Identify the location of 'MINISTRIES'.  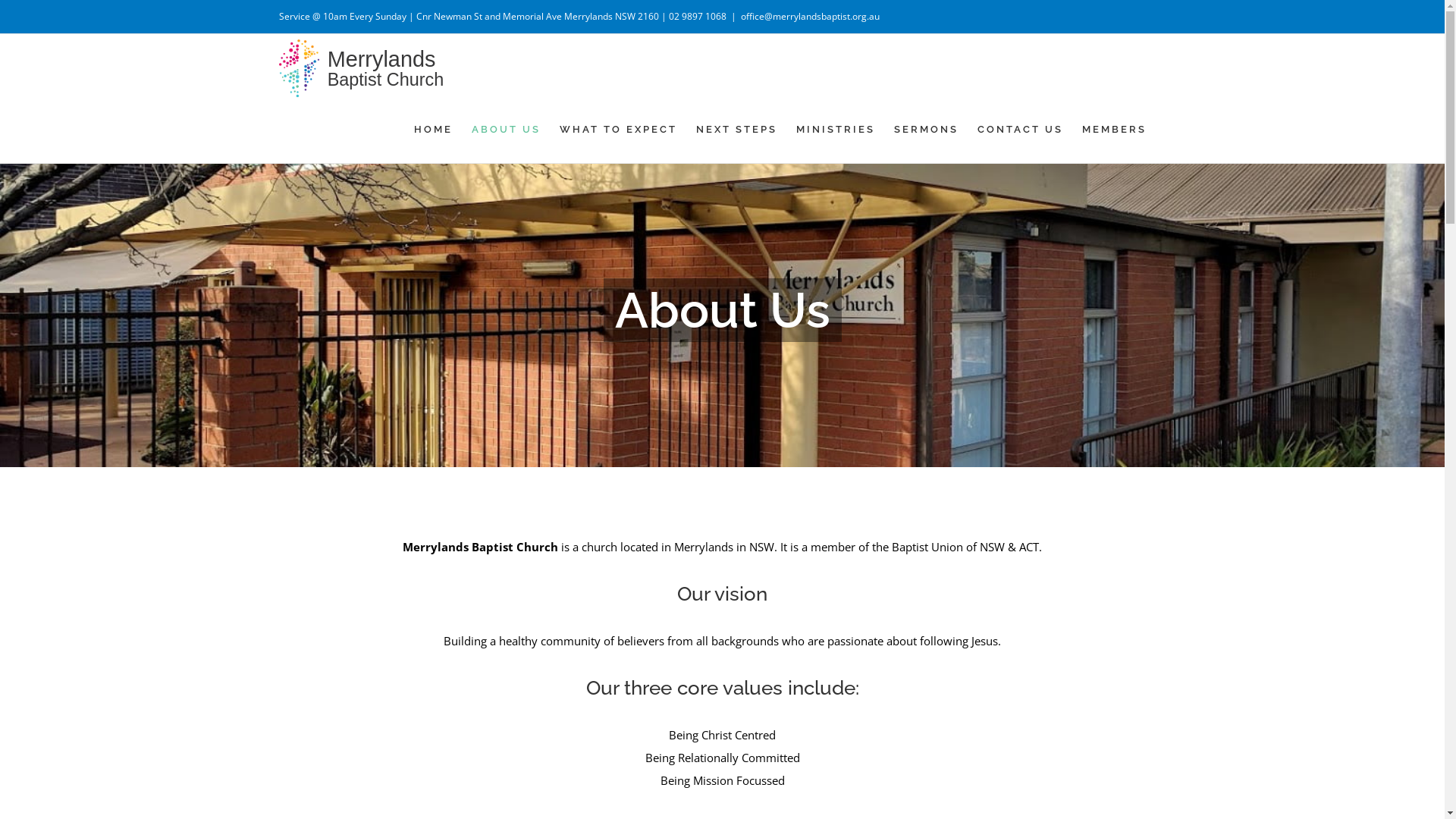
(835, 127).